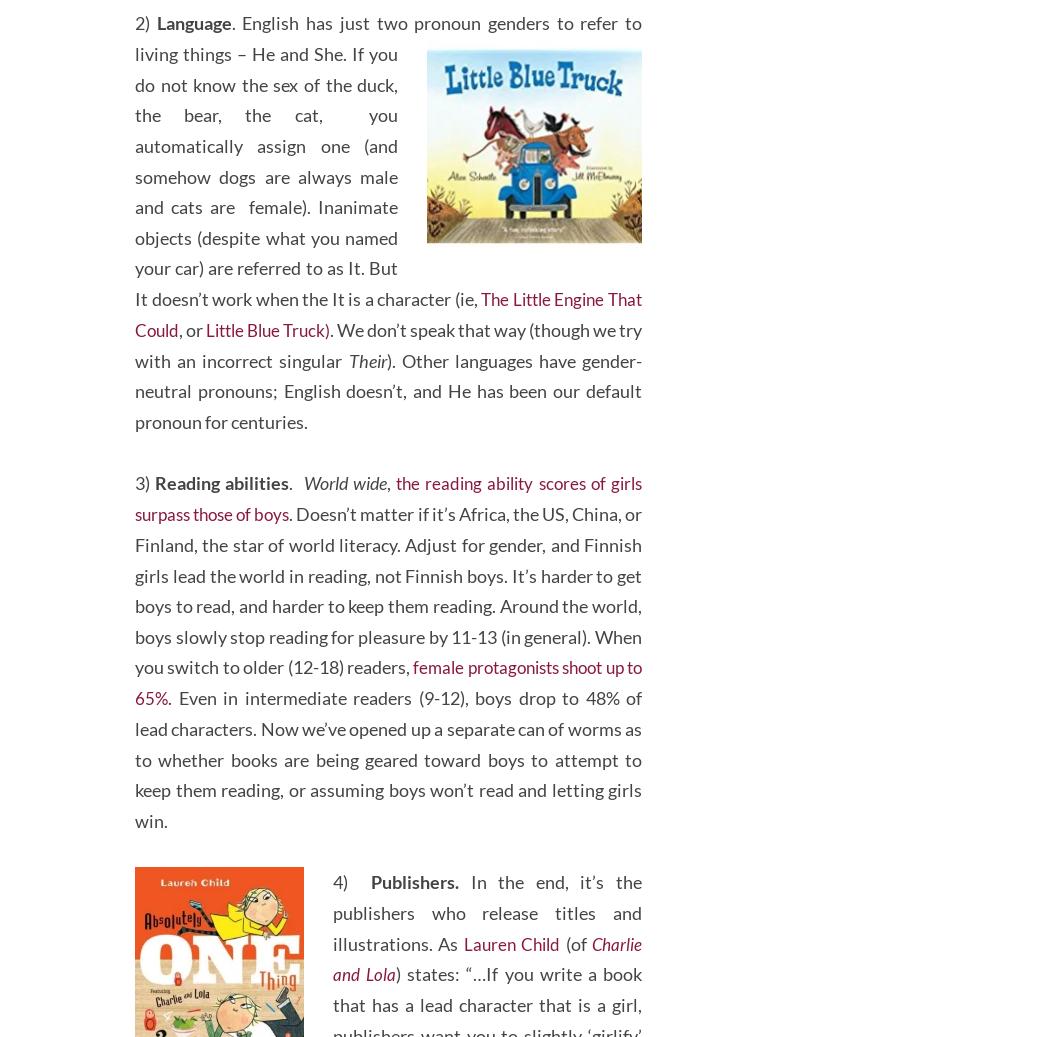  I want to click on 'Publishers.', so click(415, 937).